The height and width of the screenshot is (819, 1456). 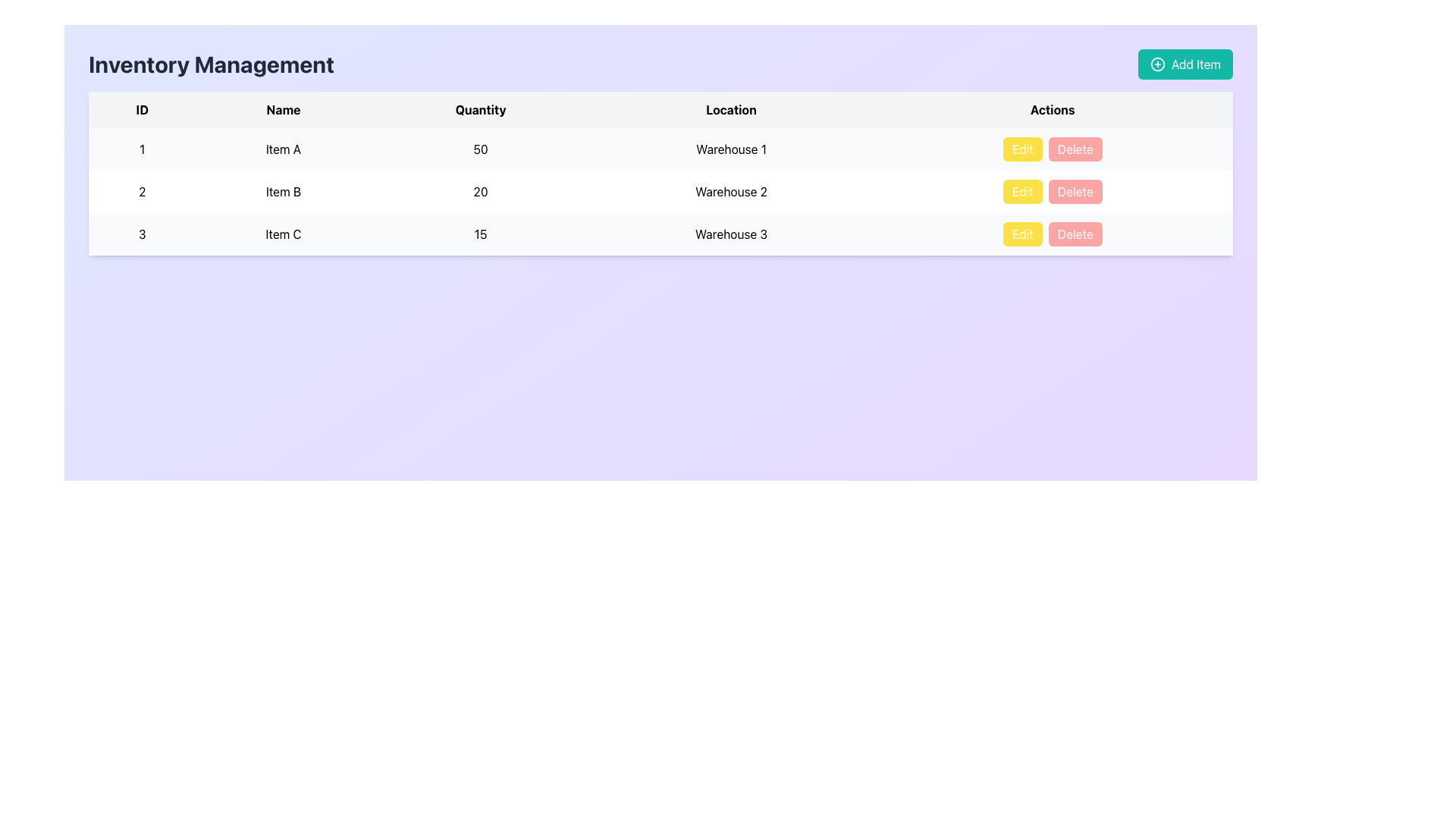 What do you see at coordinates (1052, 191) in the screenshot?
I see `the 'Delete' button in the Actions column associated with 'Item B'` at bounding box center [1052, 191].